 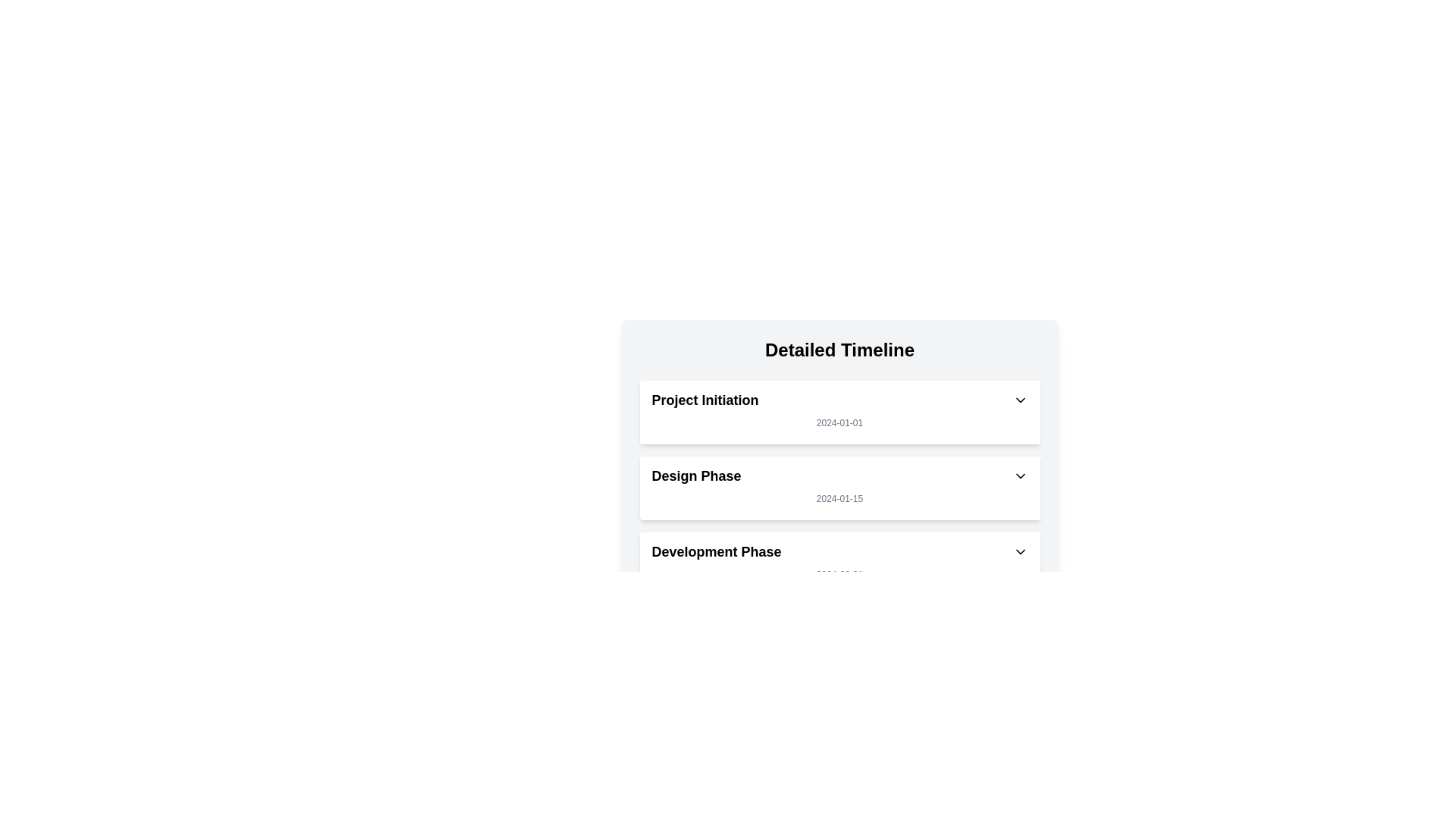 I want to click on the 'Development Phase' text label located in the lower portion of the 'Detailed Timeline' section, positioned directly below the 'Design Phase' section, so click(x=716, y=552).